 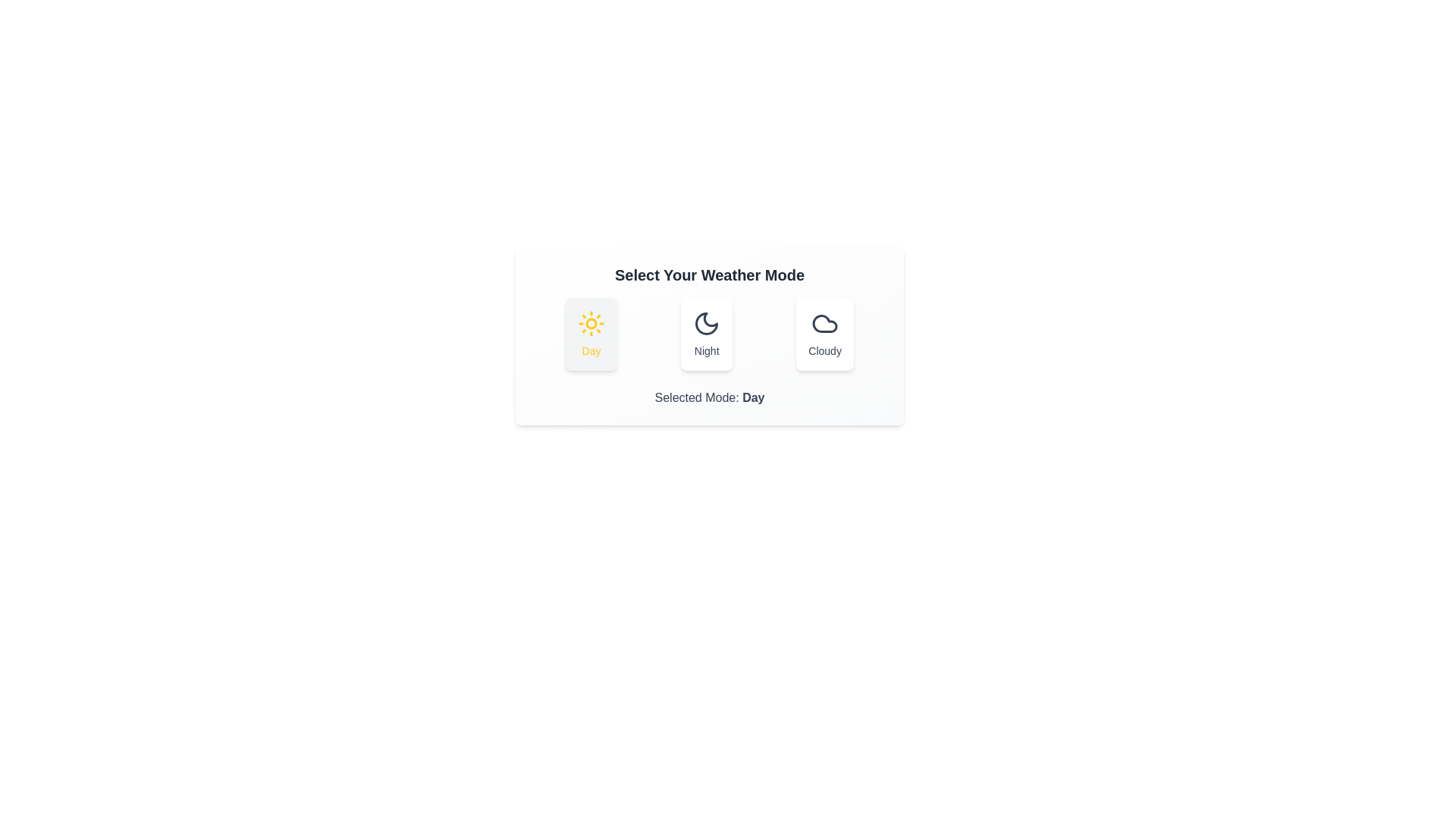 I want to click on the weather icon and its corresponding label for Night, so click(x=706, y=333).